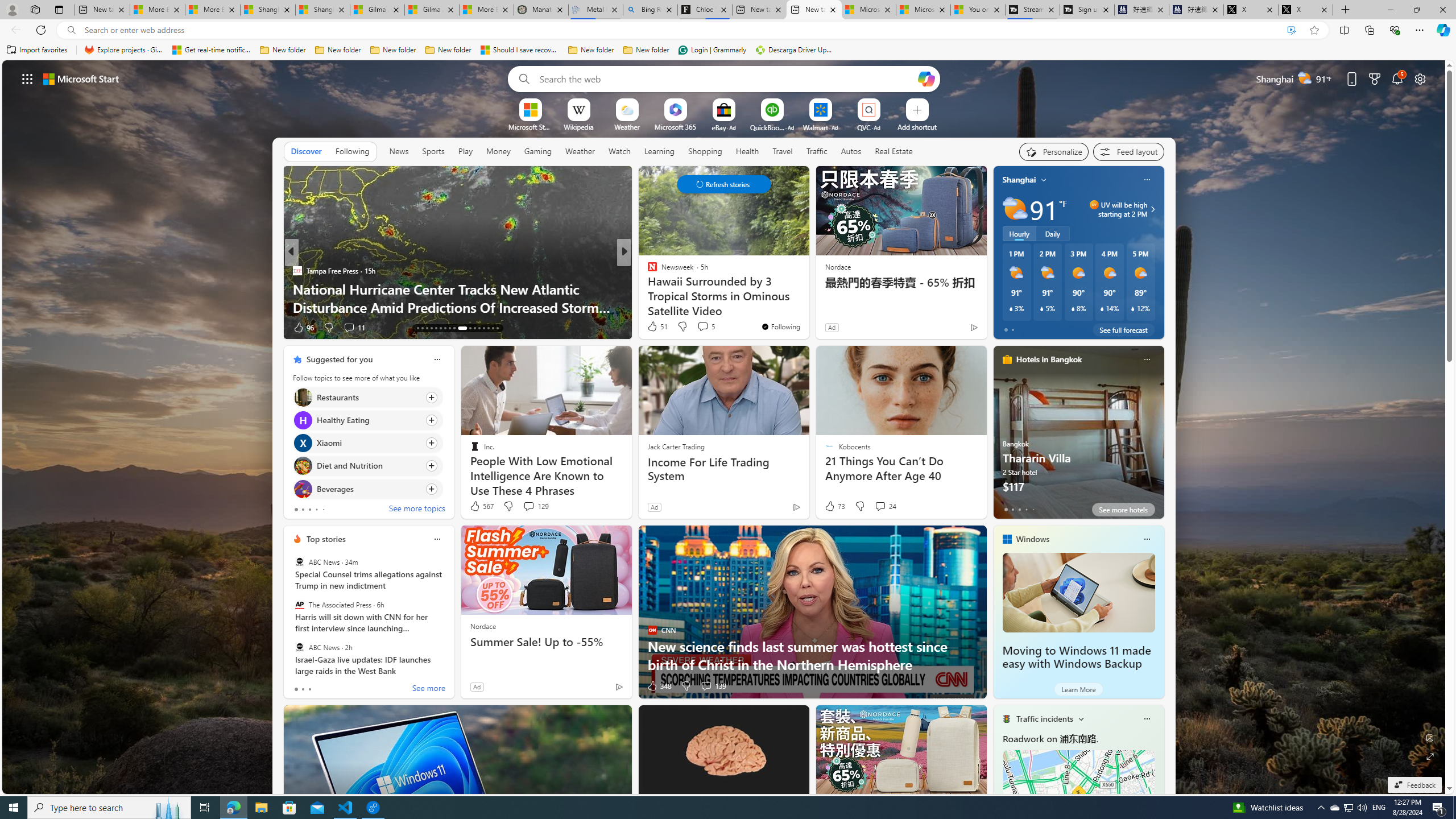  Describe the element at coordinates (1133, 308) in the screenshot. I see `'Class: weather-current-precipitation-glyph'` at that location.